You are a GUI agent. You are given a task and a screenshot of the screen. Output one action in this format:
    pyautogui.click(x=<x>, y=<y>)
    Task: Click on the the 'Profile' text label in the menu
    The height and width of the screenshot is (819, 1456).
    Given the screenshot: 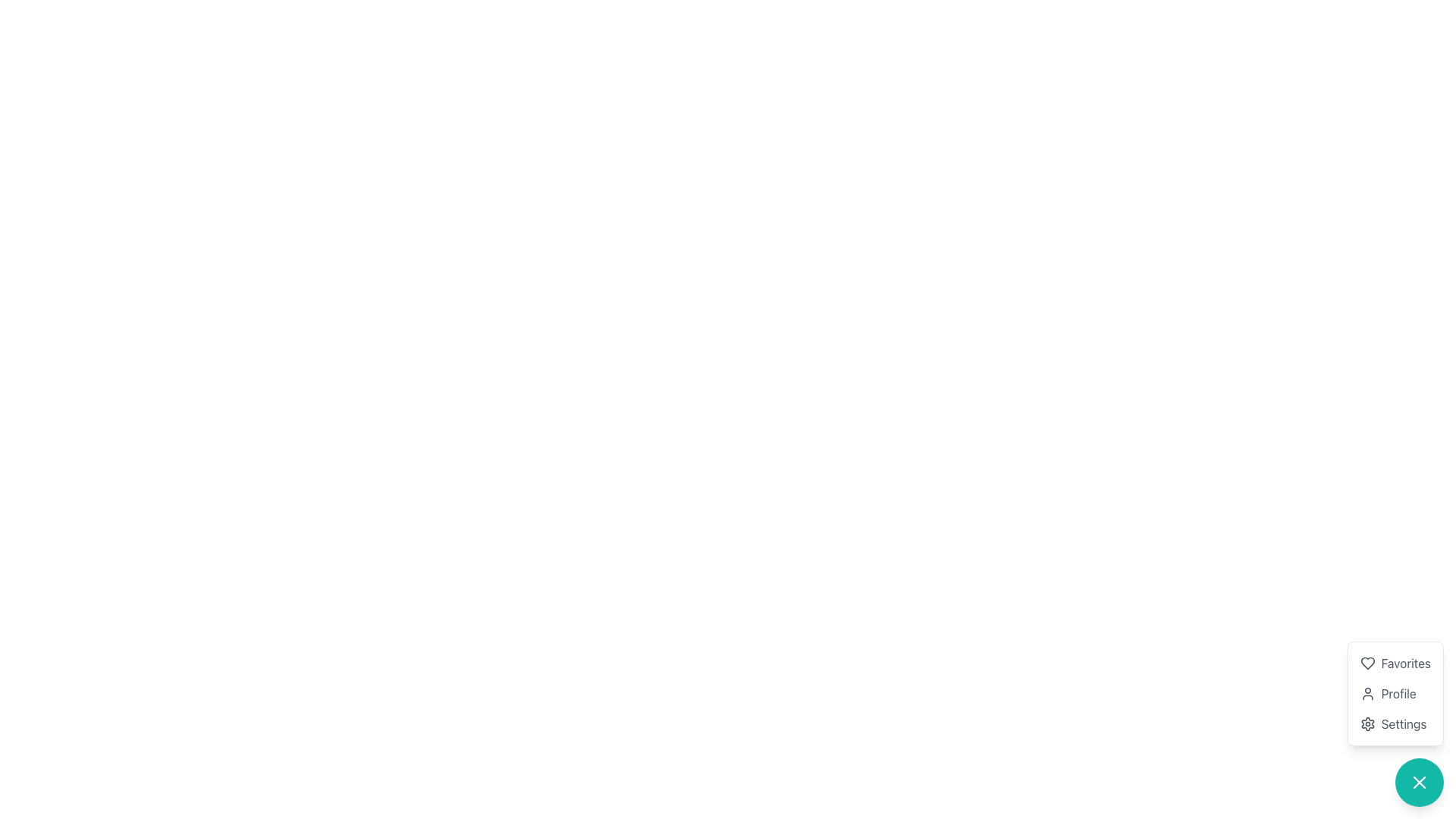 What is the action you would take?
    pyautogui.click(x=1398, y=693)
    